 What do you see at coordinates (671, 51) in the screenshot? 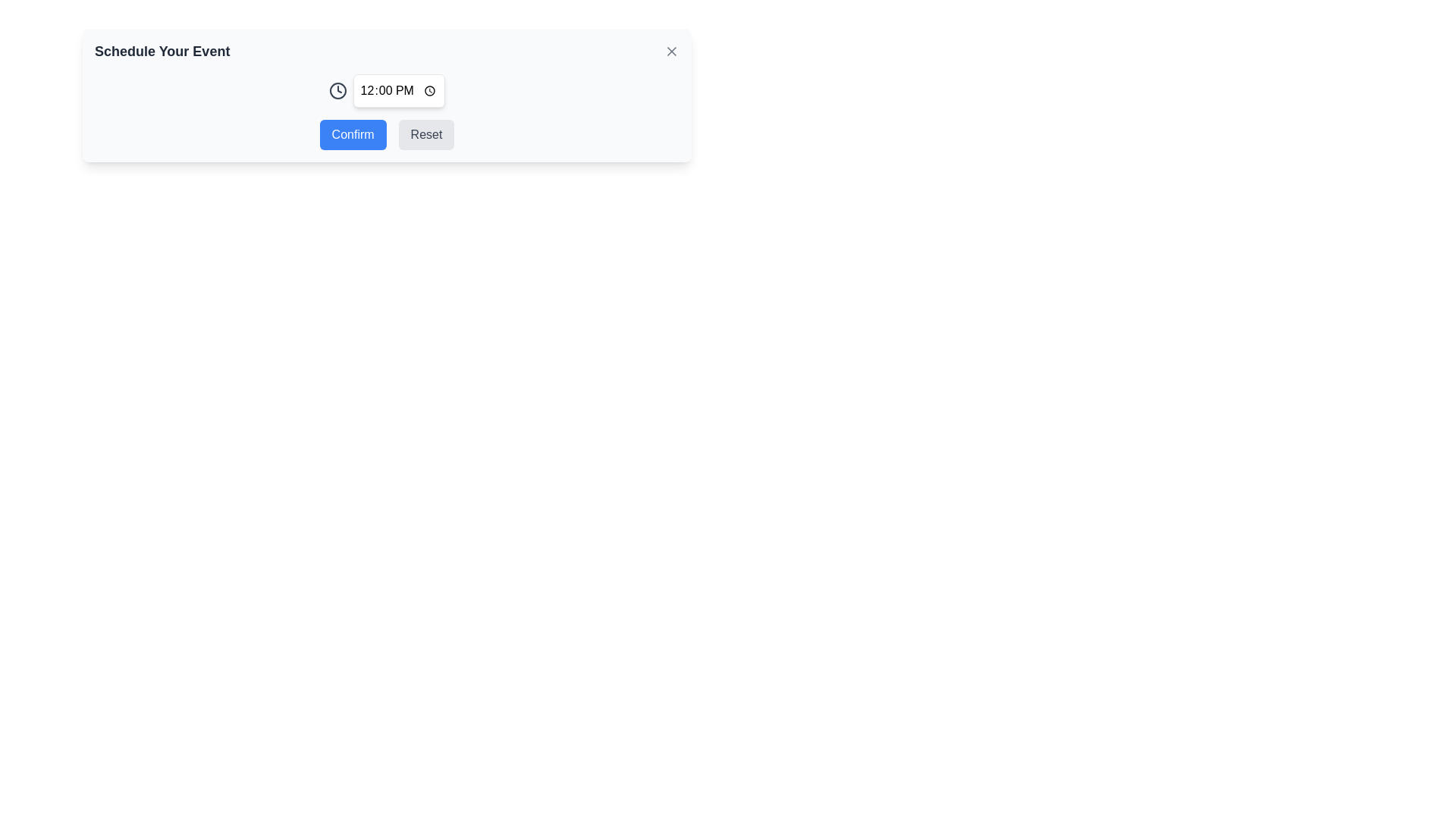
I see `the 'X' button in the top-right corner of the 'Schedule Your Event' modal` at bounding box center [671, 51].